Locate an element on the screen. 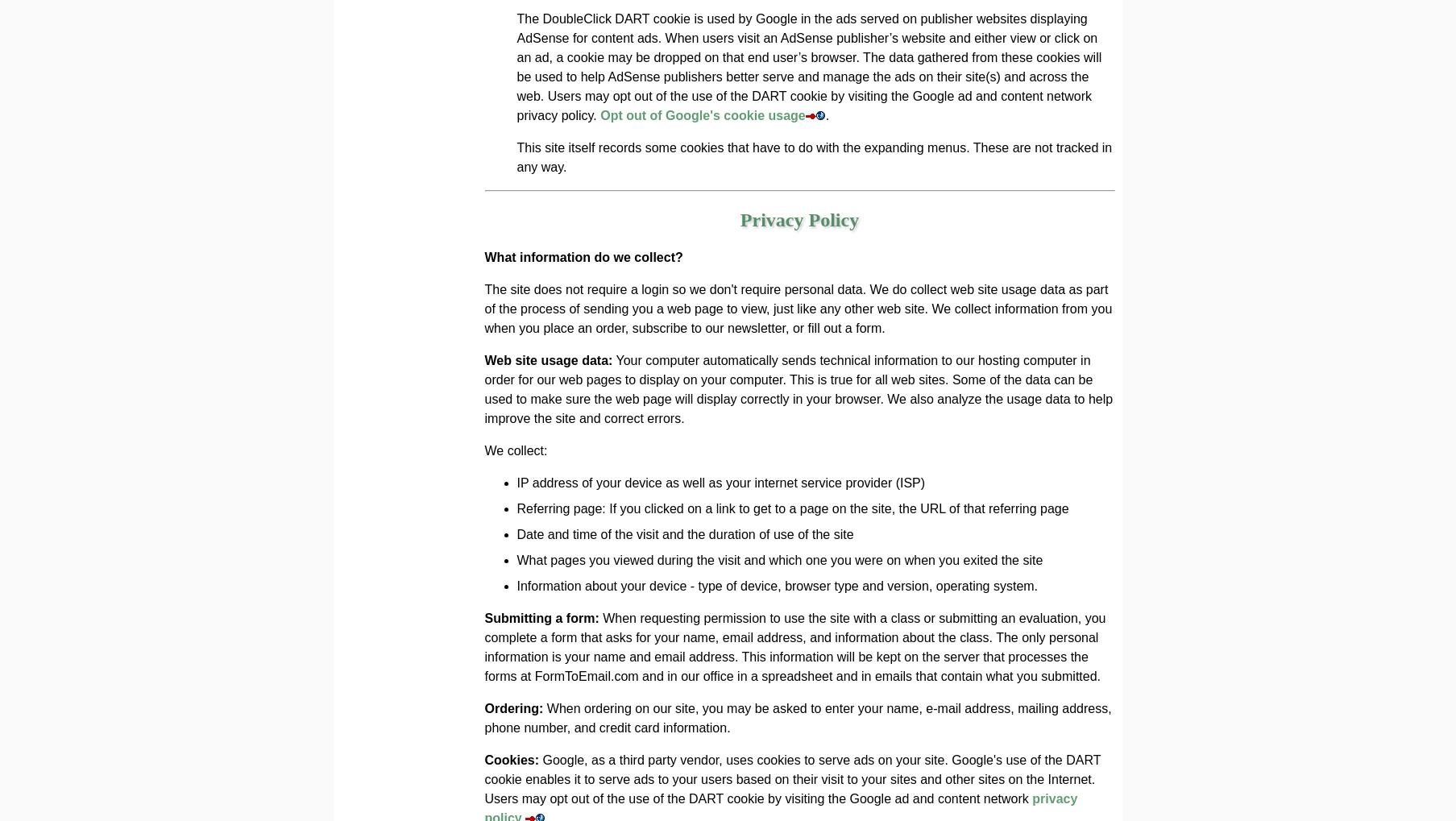 This screenshot has height=821, width=1456. 'We collect:' is located at coordinates (515, 450).